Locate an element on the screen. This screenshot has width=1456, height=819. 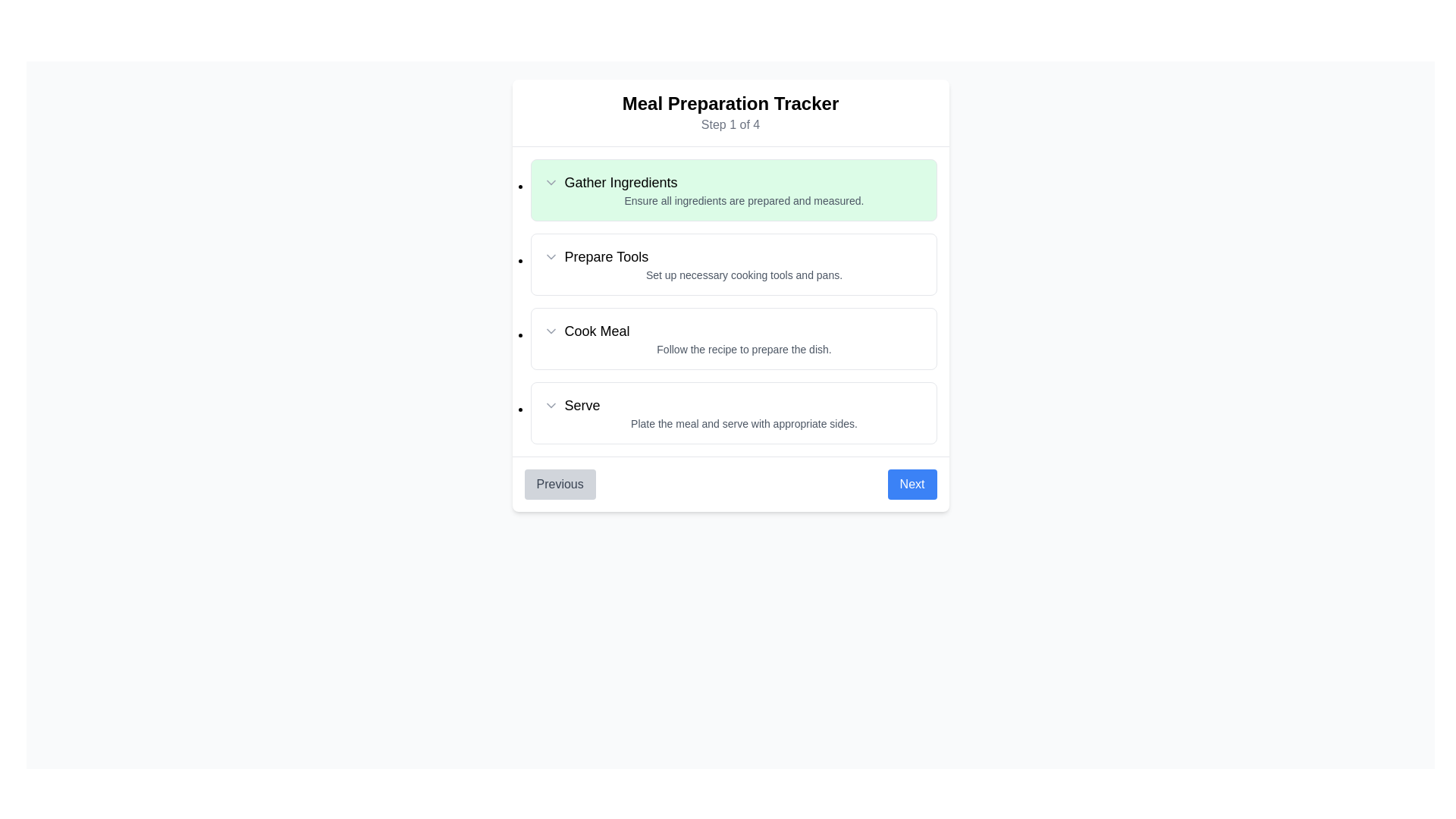
the dropdown indicator icon located to the immediate left of the 'Serve' text in the last row of the step descriptions is located at coordinates (550, 405).